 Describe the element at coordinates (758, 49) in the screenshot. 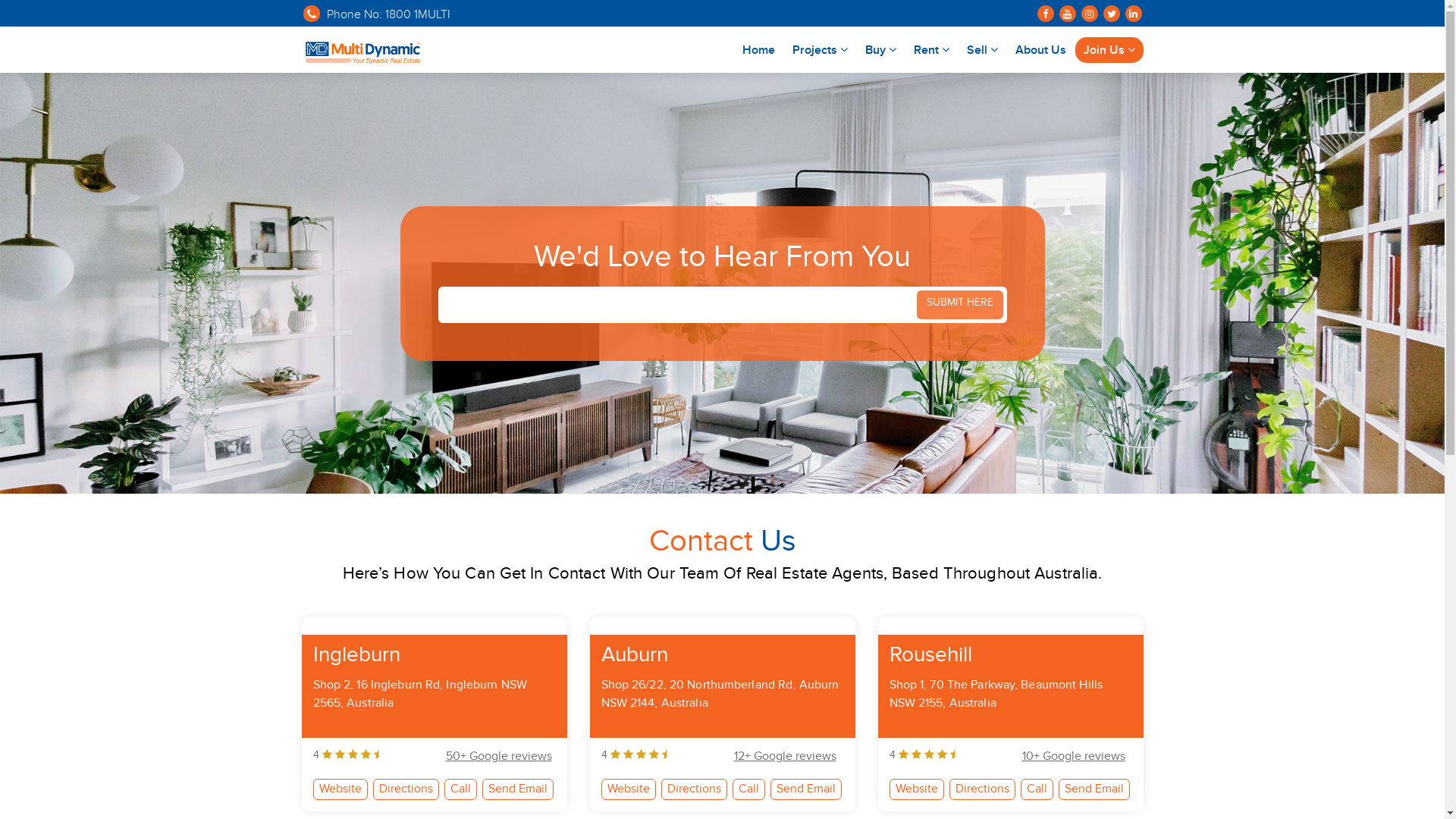

I see `'Home` at that location.